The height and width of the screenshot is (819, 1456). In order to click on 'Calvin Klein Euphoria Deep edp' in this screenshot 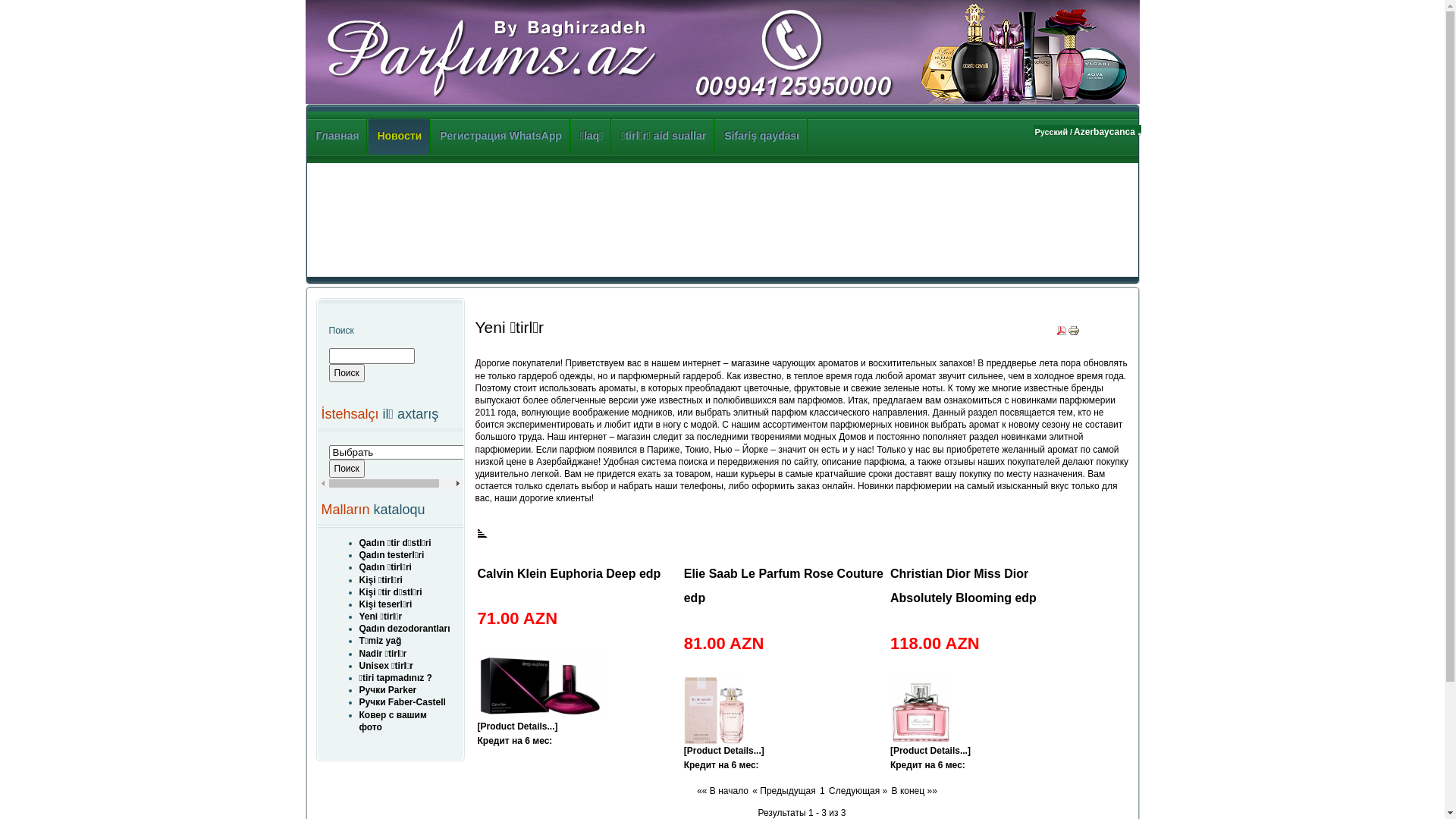, I will do `click(568, 573)`.